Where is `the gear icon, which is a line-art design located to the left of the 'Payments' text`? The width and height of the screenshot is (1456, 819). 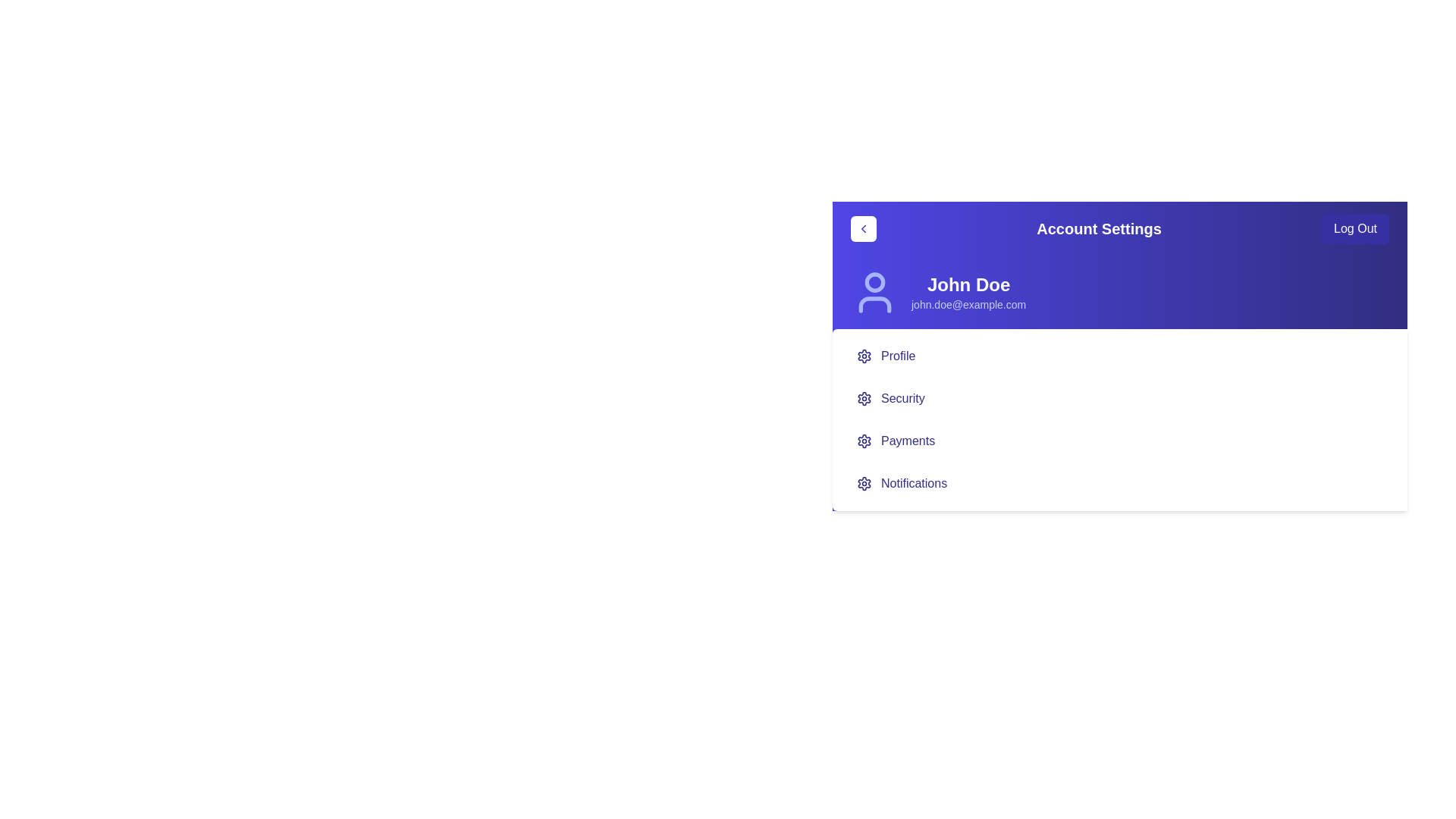 the gear icon, which is a line-art design located to the left of the 'Payments' text is located at coordinates (864, 441).